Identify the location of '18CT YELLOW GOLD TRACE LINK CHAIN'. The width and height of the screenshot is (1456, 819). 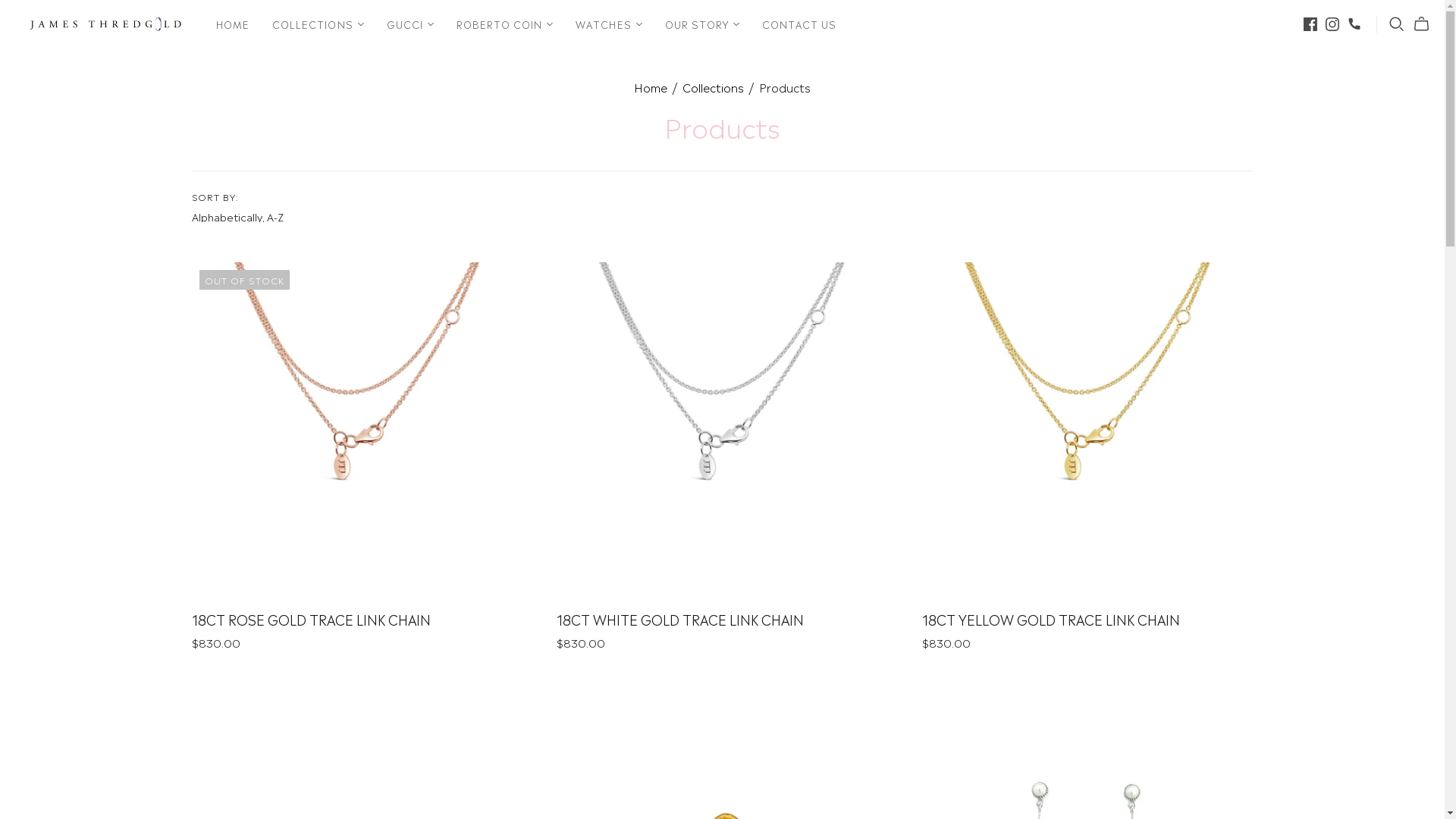
(1050, 619).